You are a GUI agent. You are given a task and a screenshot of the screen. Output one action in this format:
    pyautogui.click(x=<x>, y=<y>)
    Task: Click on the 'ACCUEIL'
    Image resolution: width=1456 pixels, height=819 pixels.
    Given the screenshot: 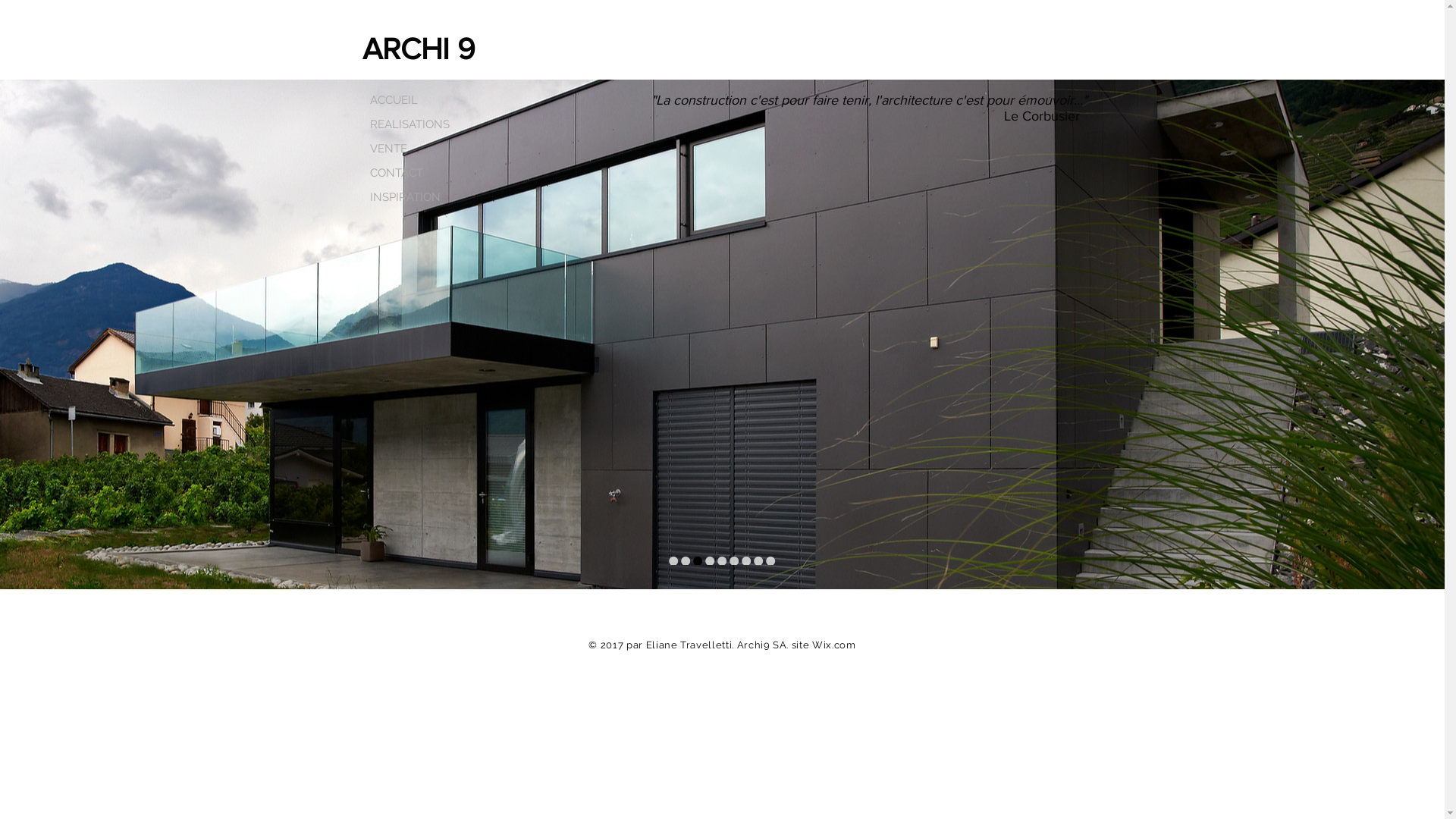 What is the action you would take?
    pyautogui.click(x=409, y=99)
    